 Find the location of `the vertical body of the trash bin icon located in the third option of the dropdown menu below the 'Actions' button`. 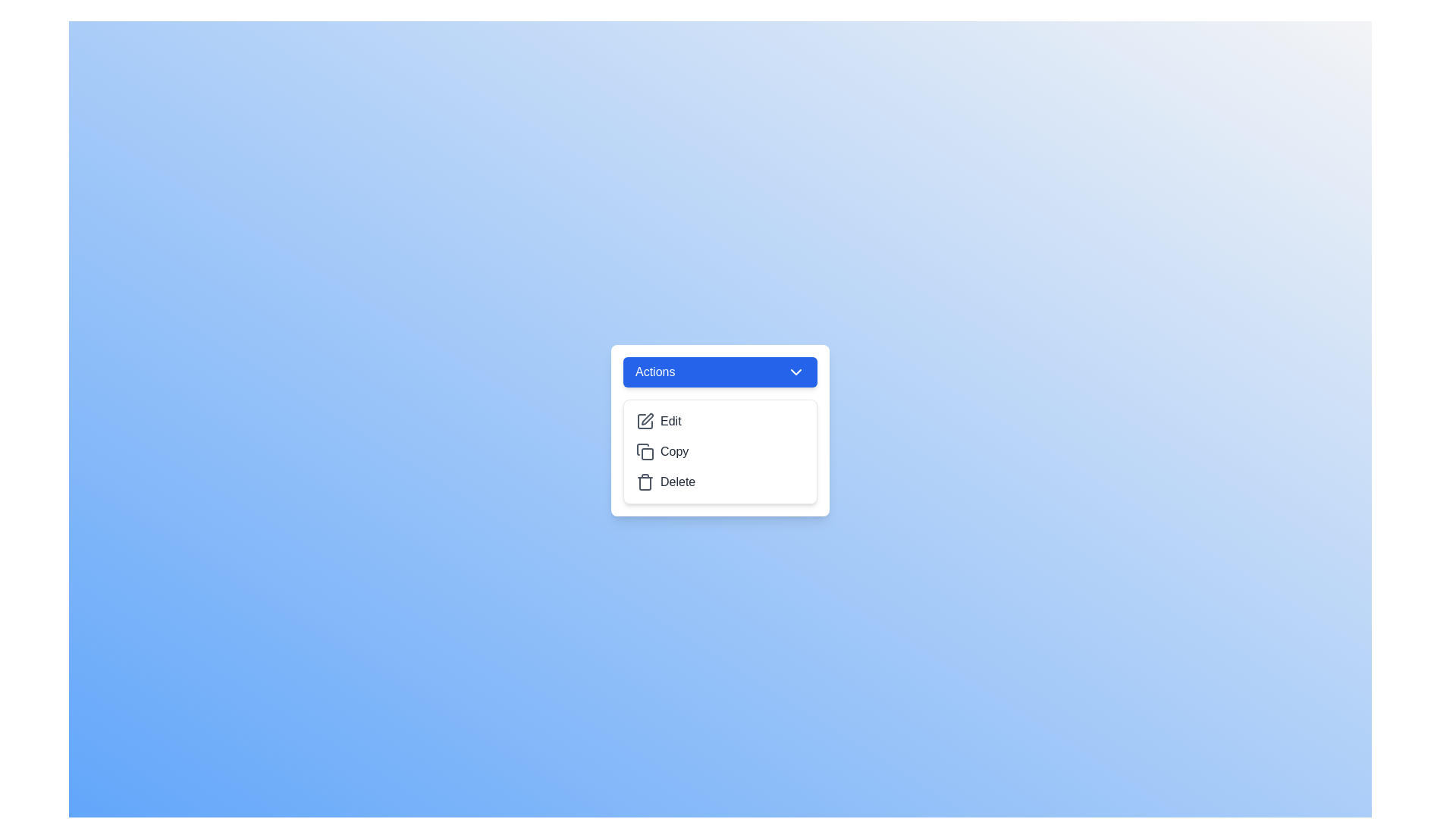

the vertical body of the trash bin icon located in the third option of the dropdown menu below the 'Actions' button is located at coordinates (645, 483).